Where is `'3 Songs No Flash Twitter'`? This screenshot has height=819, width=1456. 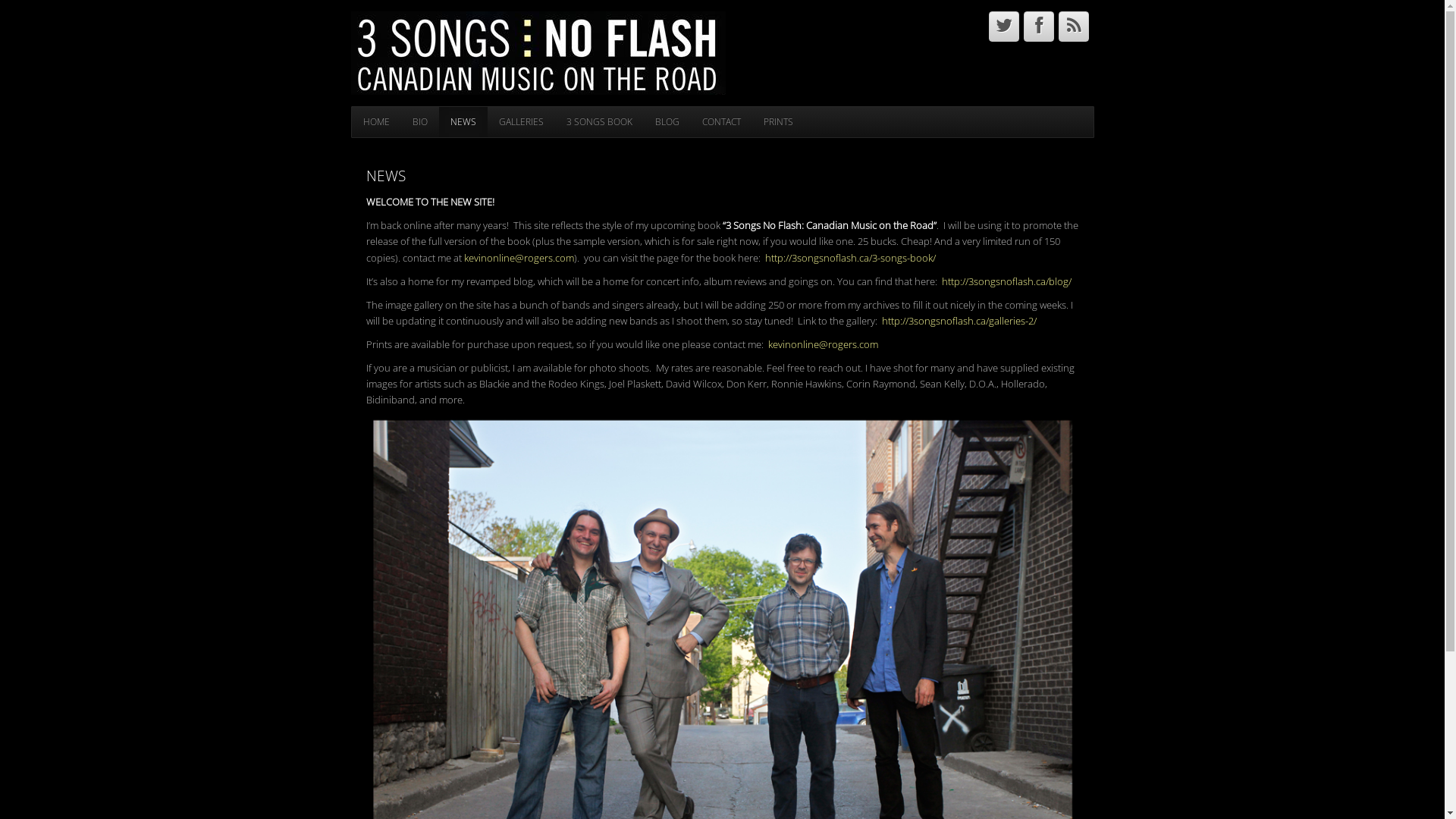 '3 Songs No Flash Twitter' is located at coordinates (1004, 26).